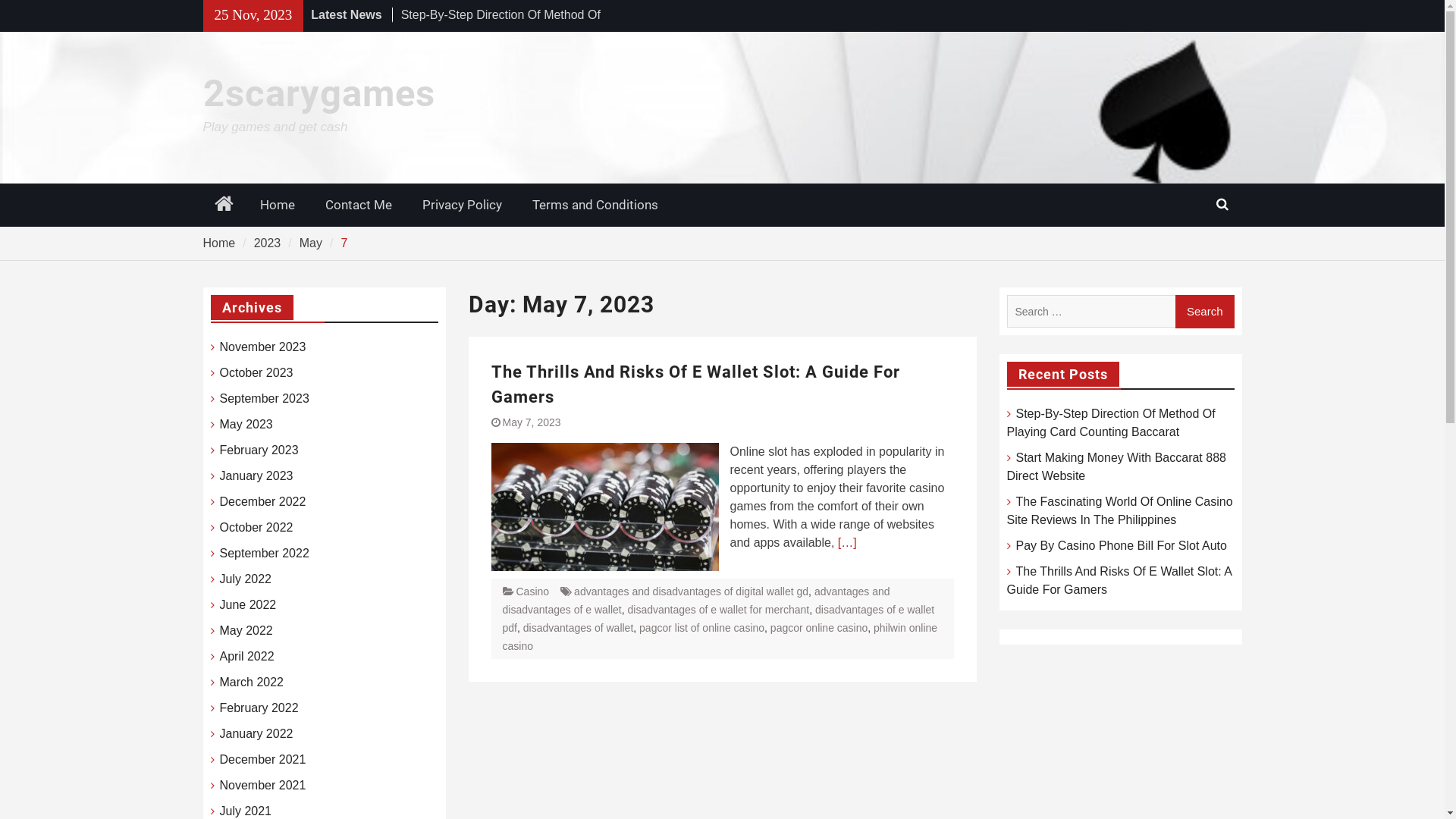  I want to click on 'pagcor online casino', so click(818, 628).